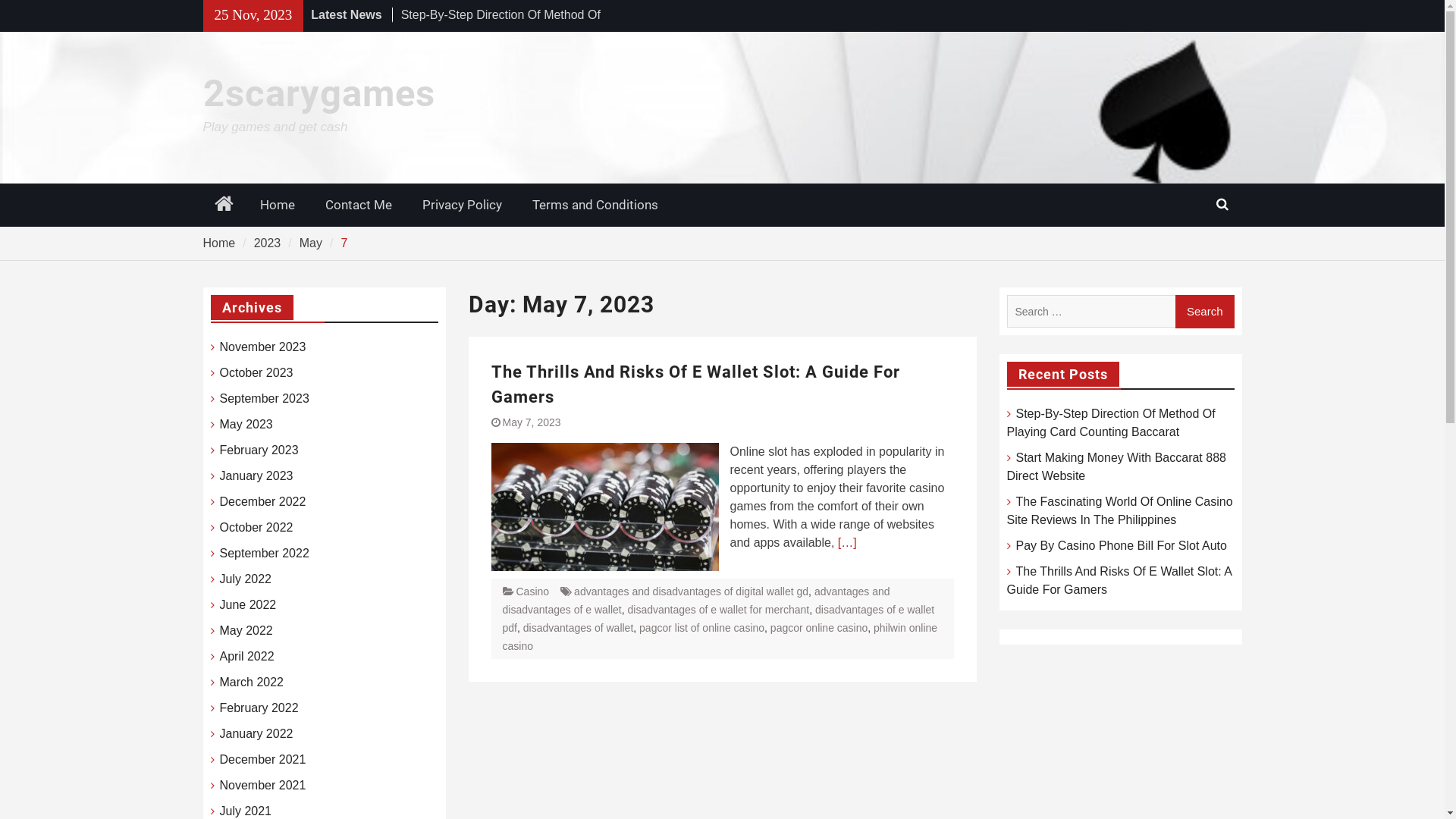  I want to click on 'pagcor online casino', so click(818, 628).